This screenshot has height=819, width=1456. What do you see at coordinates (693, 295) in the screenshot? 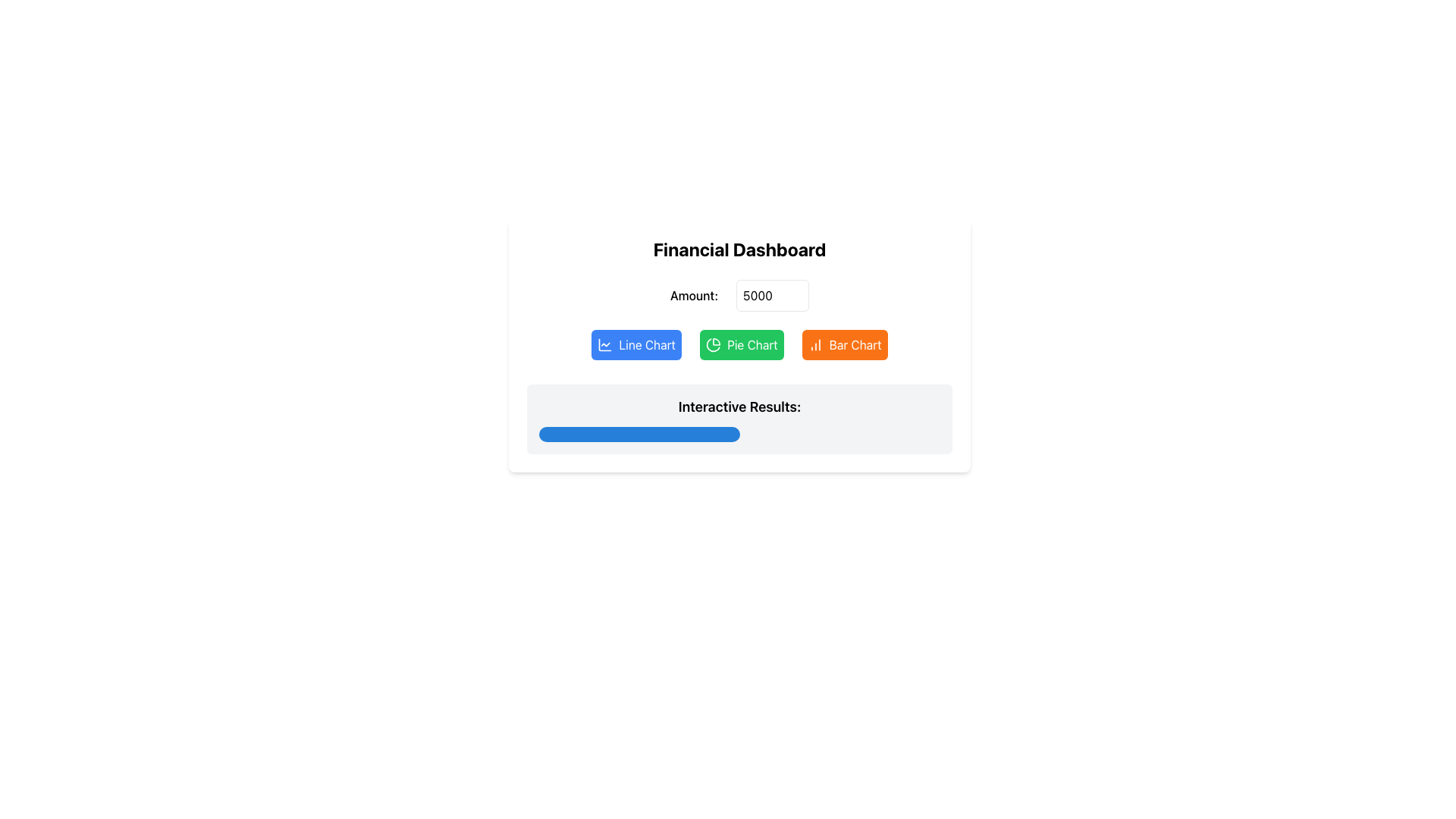
I see `the label element displaying 'Amount:' which is styled with medium font weight and is located on the left side of the input box containing the value '5000'` at bounding box center [693, 295].